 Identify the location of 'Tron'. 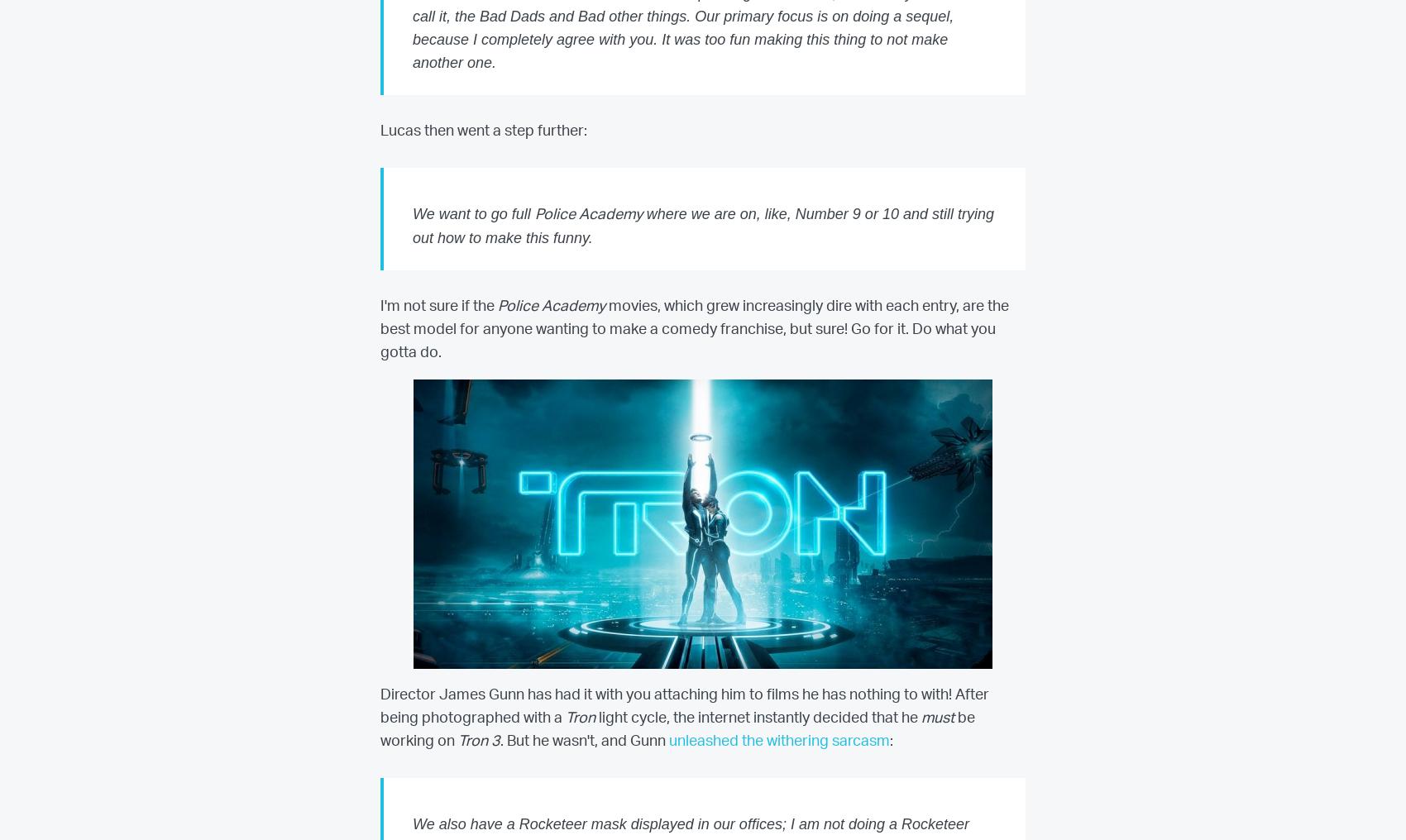
(580, 718).